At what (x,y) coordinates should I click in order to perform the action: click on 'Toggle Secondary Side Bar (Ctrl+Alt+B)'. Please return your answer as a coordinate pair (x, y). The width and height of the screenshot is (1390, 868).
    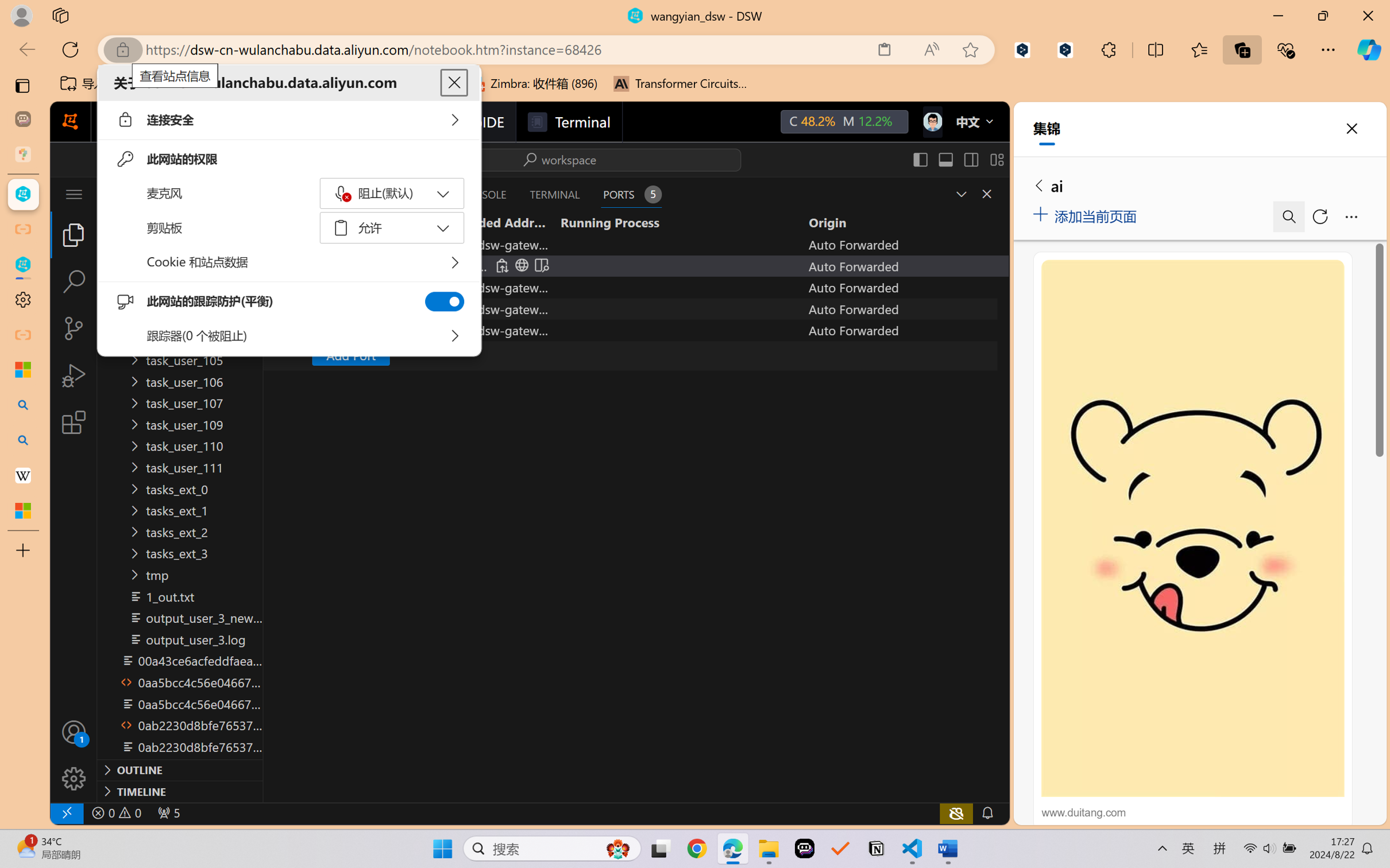
    Looking at the image, I should click on (969, 159).